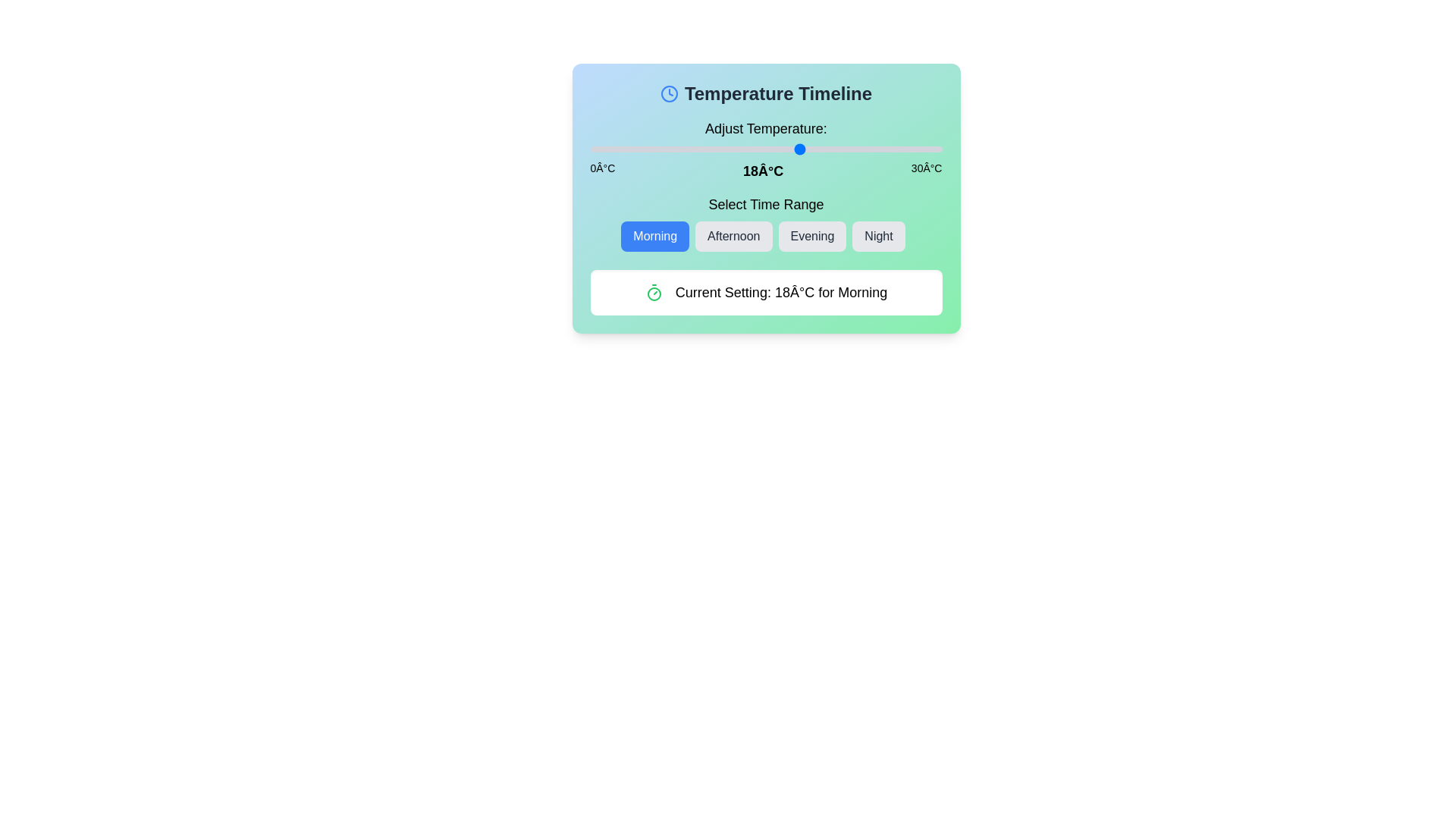  What do you see at coordinates (671, 149) in the screenshot?
I see `the temperature slider to set the temperature to 7°C` at bounding box center [671, 149].